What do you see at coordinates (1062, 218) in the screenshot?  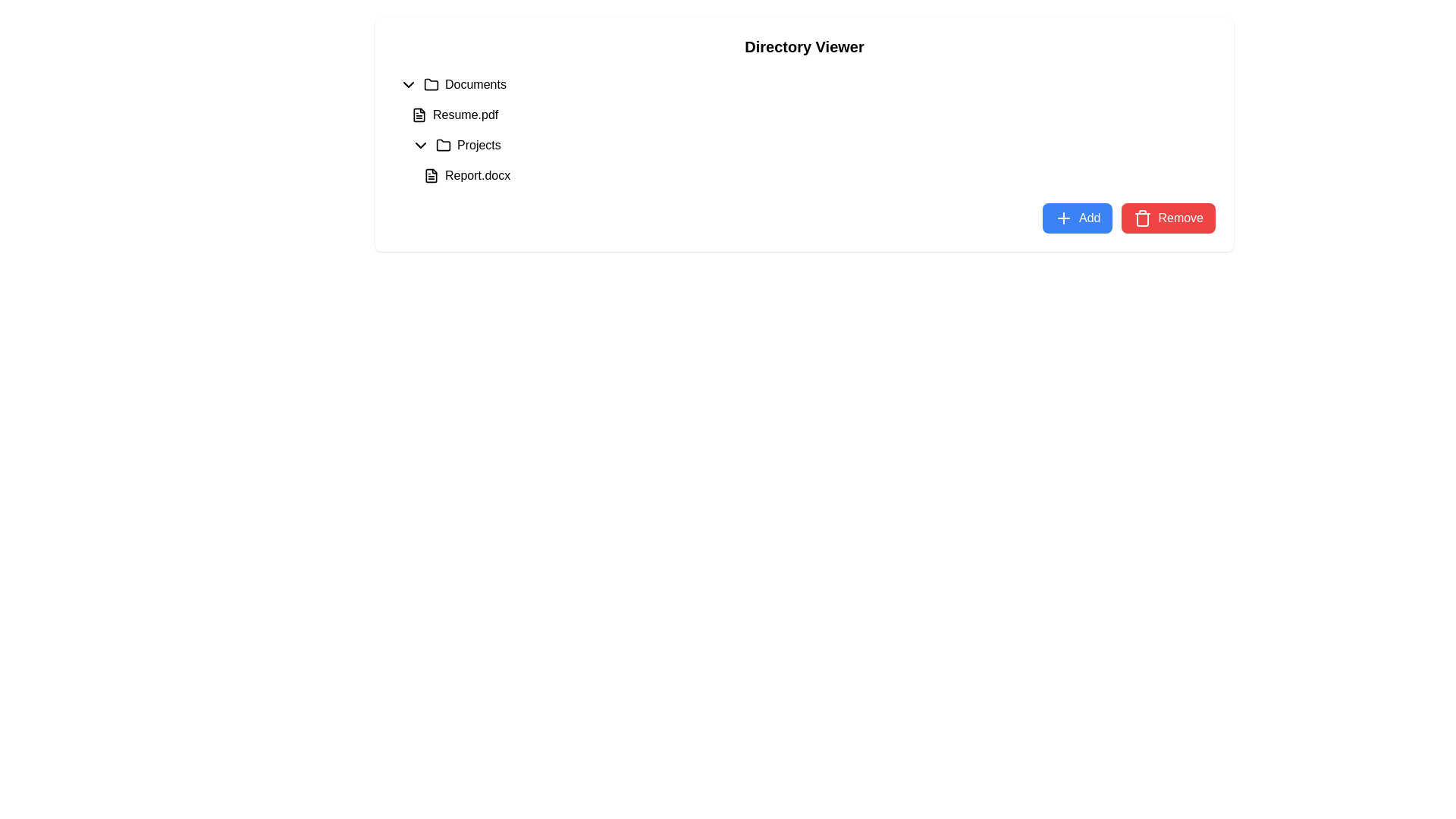 I see `the SVG Icon representing the action of adding, located at the center left of the 'Add' button adjacent to the text label` at bounding box center [1062, 218].